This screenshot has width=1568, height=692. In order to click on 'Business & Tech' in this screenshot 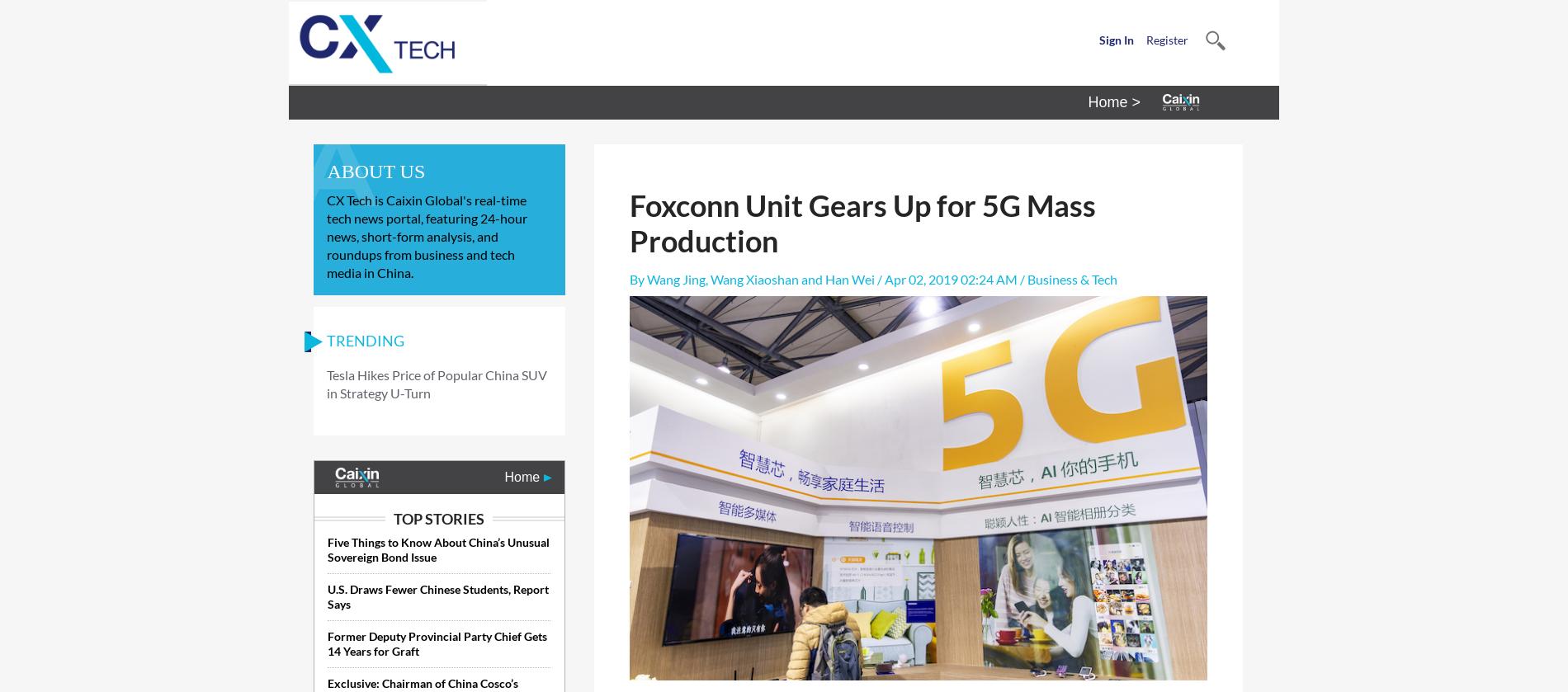, I will do `click(1070, 279)`.